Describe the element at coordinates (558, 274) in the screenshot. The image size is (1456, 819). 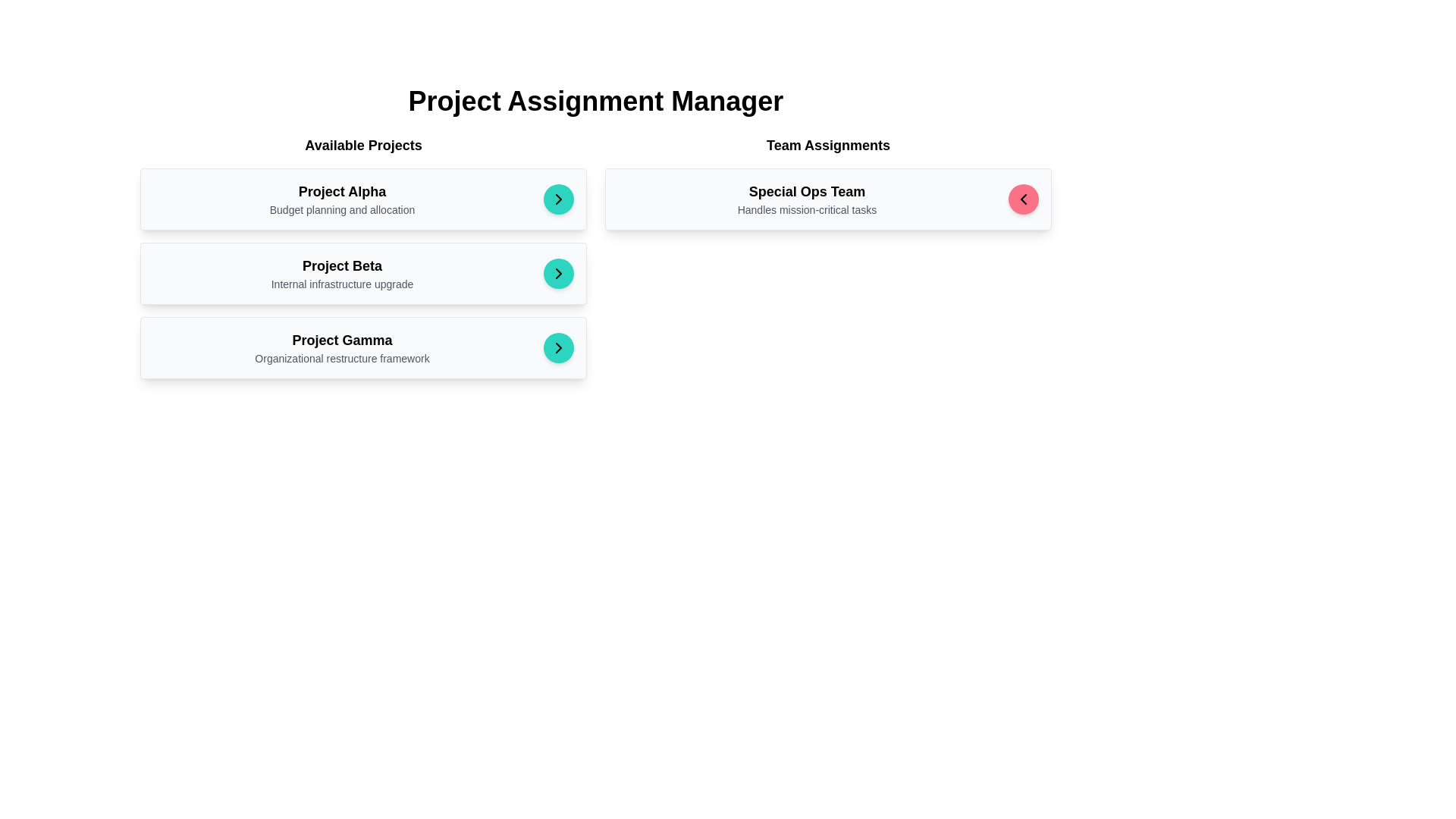
I see `the right-pointing chevron icon button within the teal circular button in the 'Available Projects' list labeled 'Project Beta'` at that location.